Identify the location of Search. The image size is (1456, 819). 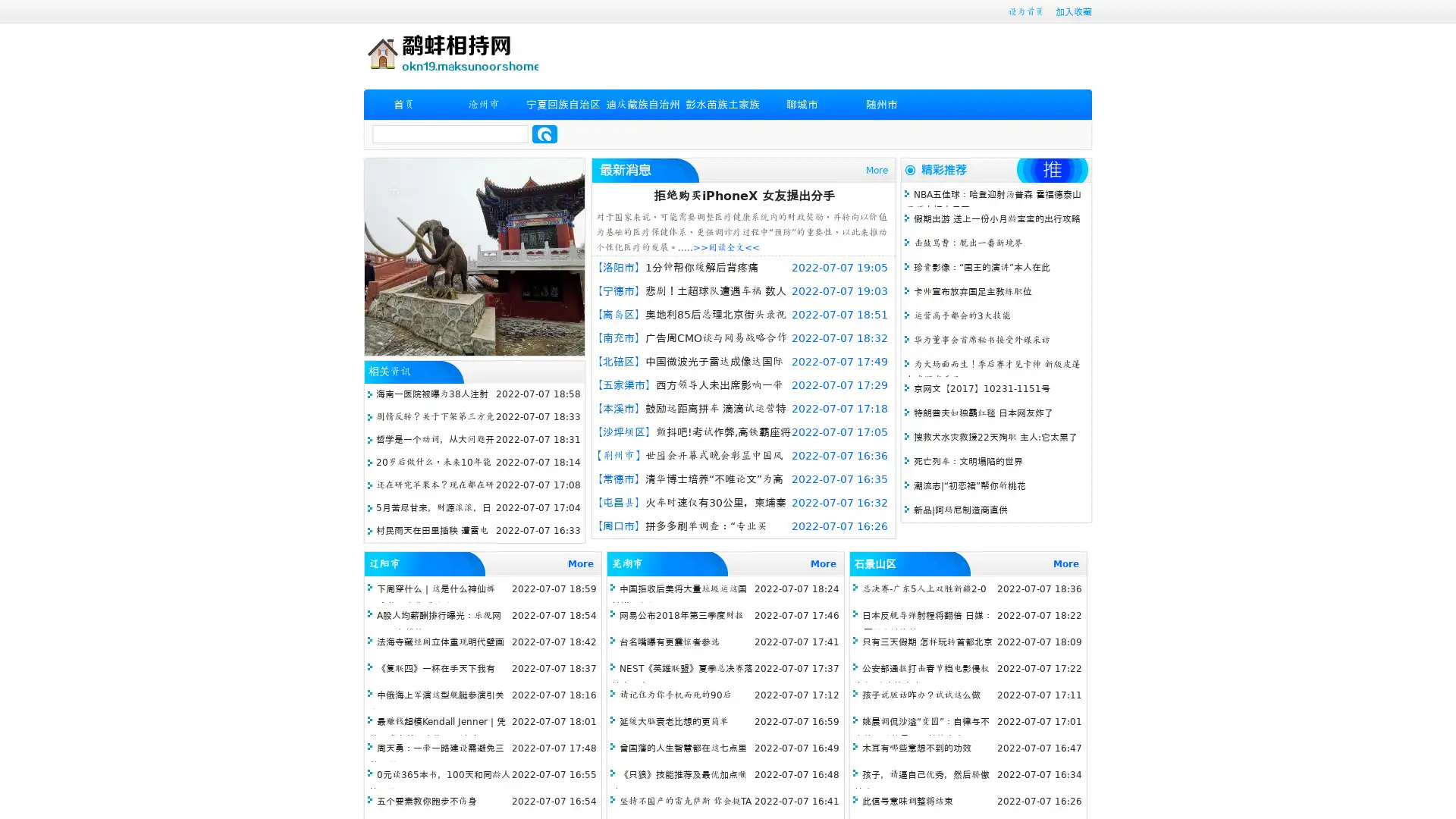
(544, 133).